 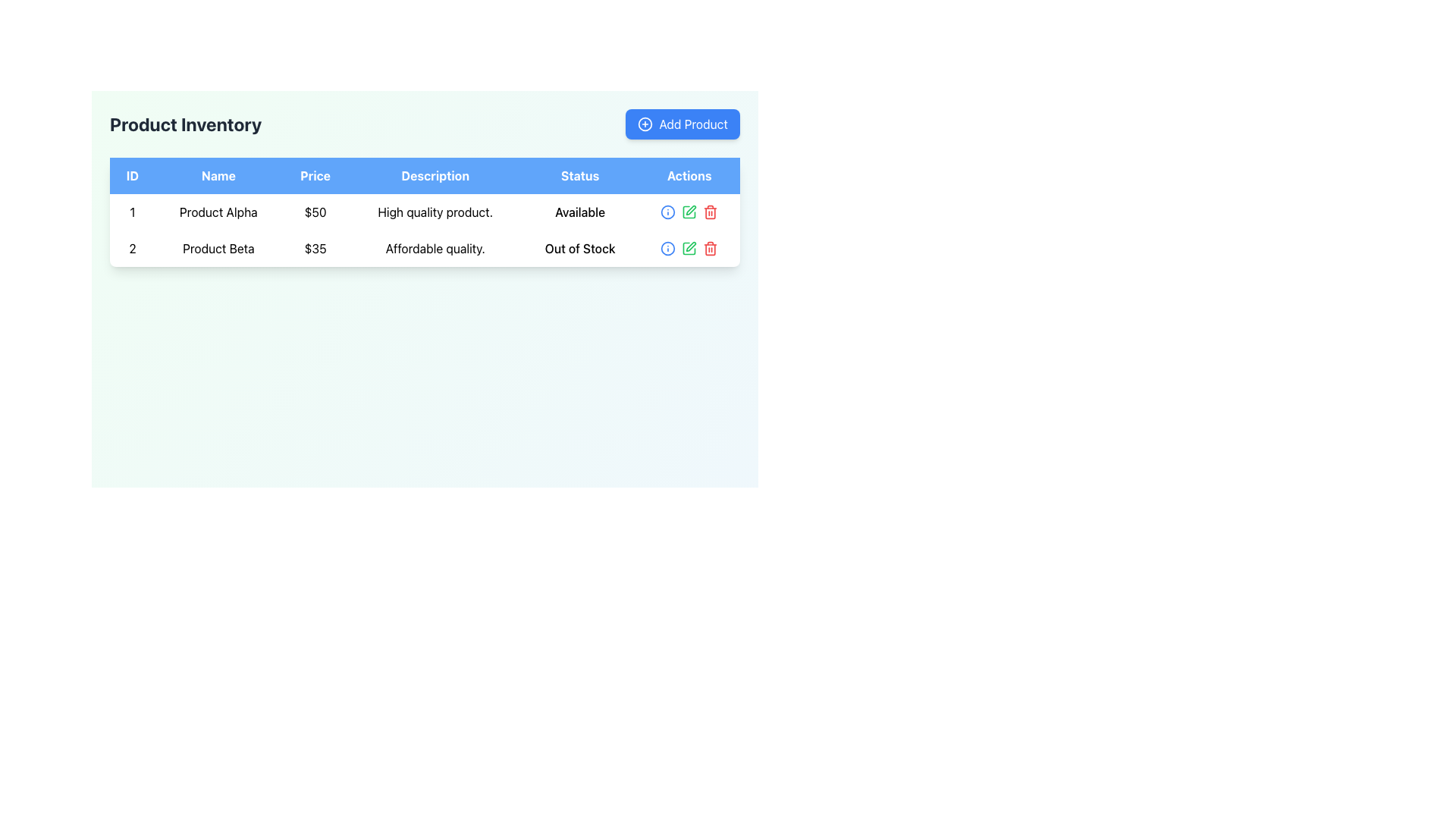 What do you see at coordinates (667, 247) in the screenshot?
I see `the button icon in the 'Actions' column of the first row of the table` at bounding box center [667, 247].